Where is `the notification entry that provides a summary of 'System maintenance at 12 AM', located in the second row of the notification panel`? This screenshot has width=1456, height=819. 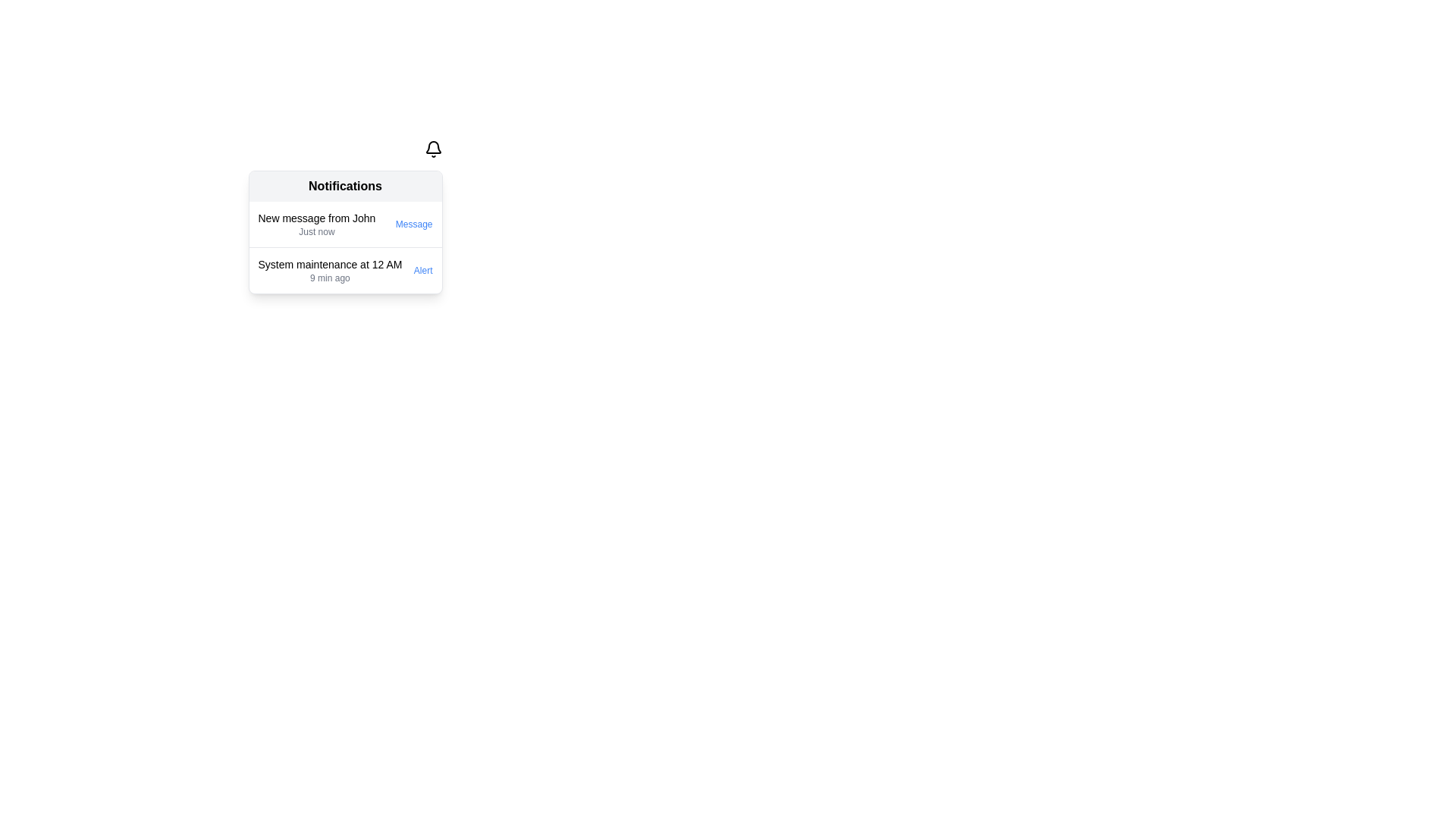 the notification entry that provides a summary of 'System maintenance at 12 AM', located in the second row of the notification panel is located at coordinates (344, 269).